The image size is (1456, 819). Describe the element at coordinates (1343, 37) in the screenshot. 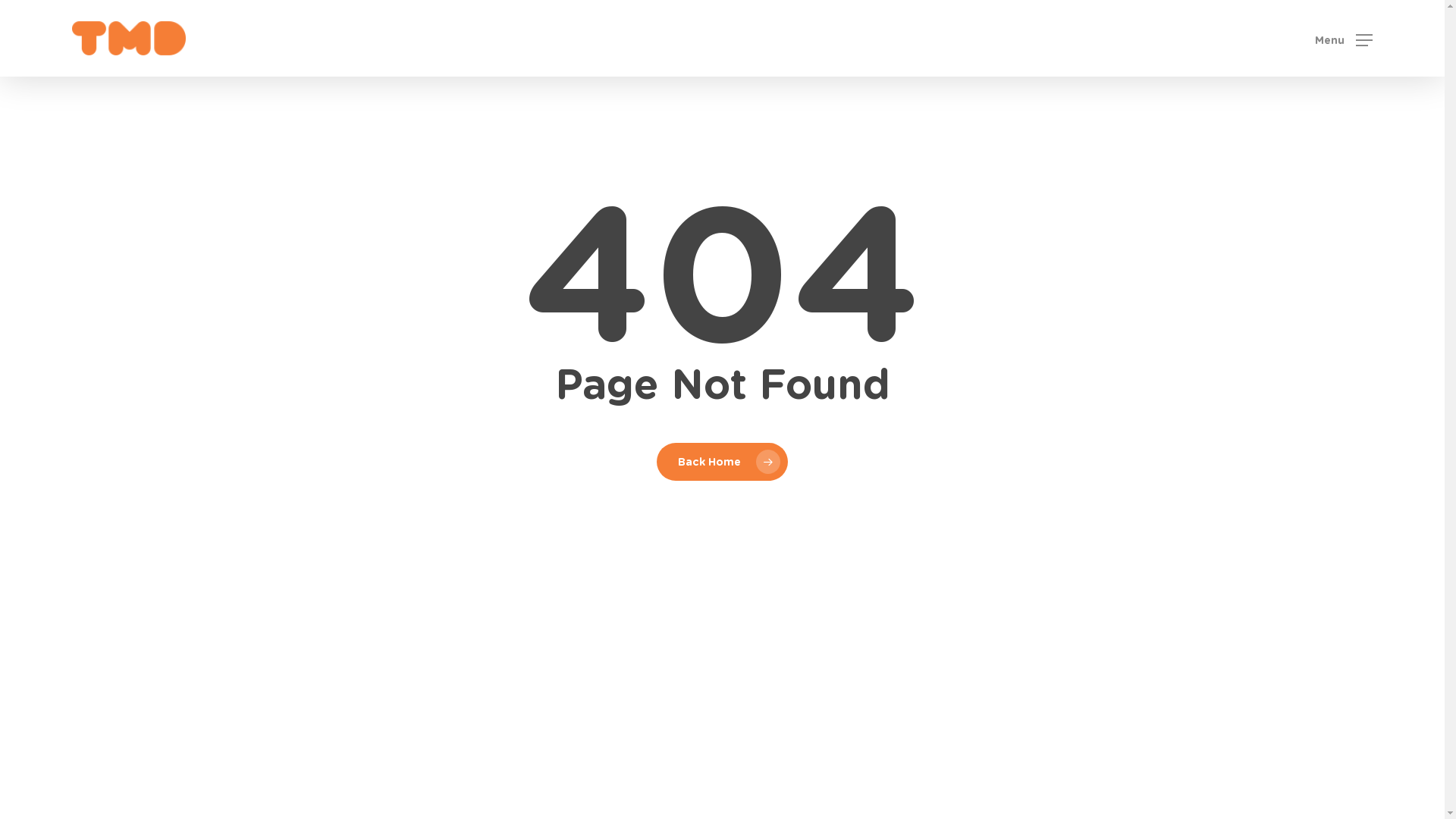

I see `'Menu'` at that location.